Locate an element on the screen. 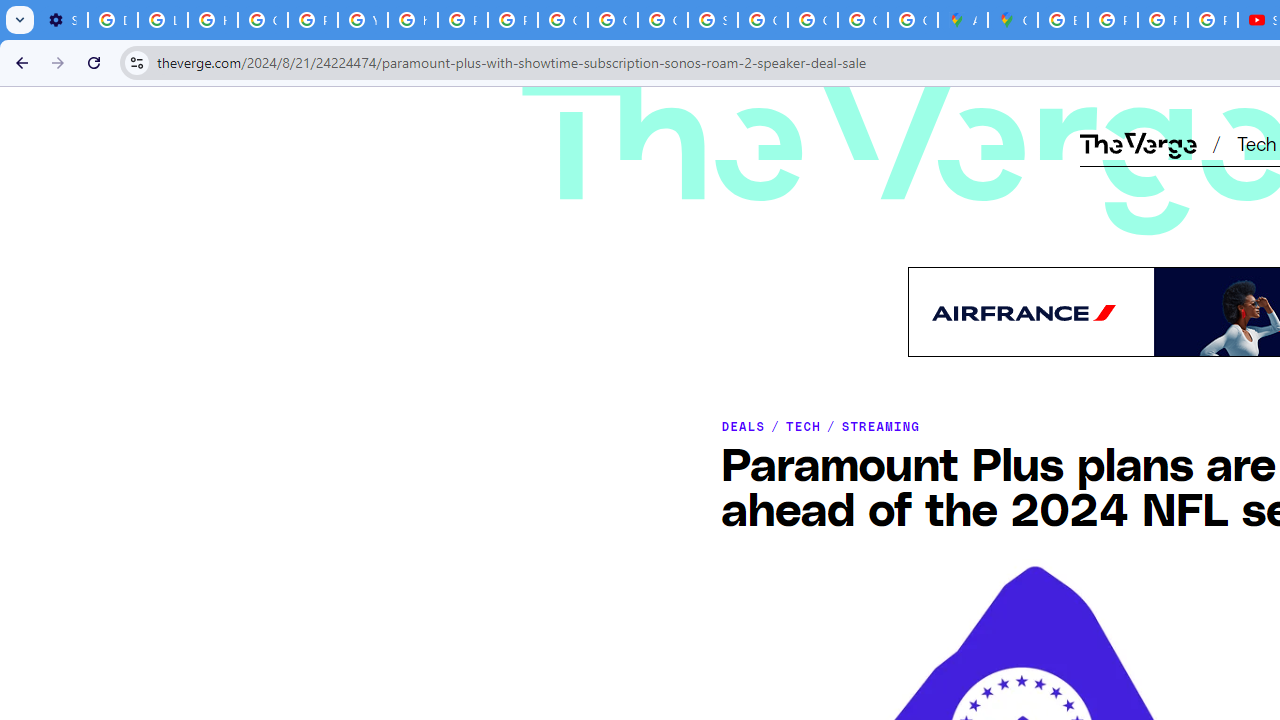 This screenshot has height=720, width=1280. 'Google Maps' is located at coordinates (1013, 20).